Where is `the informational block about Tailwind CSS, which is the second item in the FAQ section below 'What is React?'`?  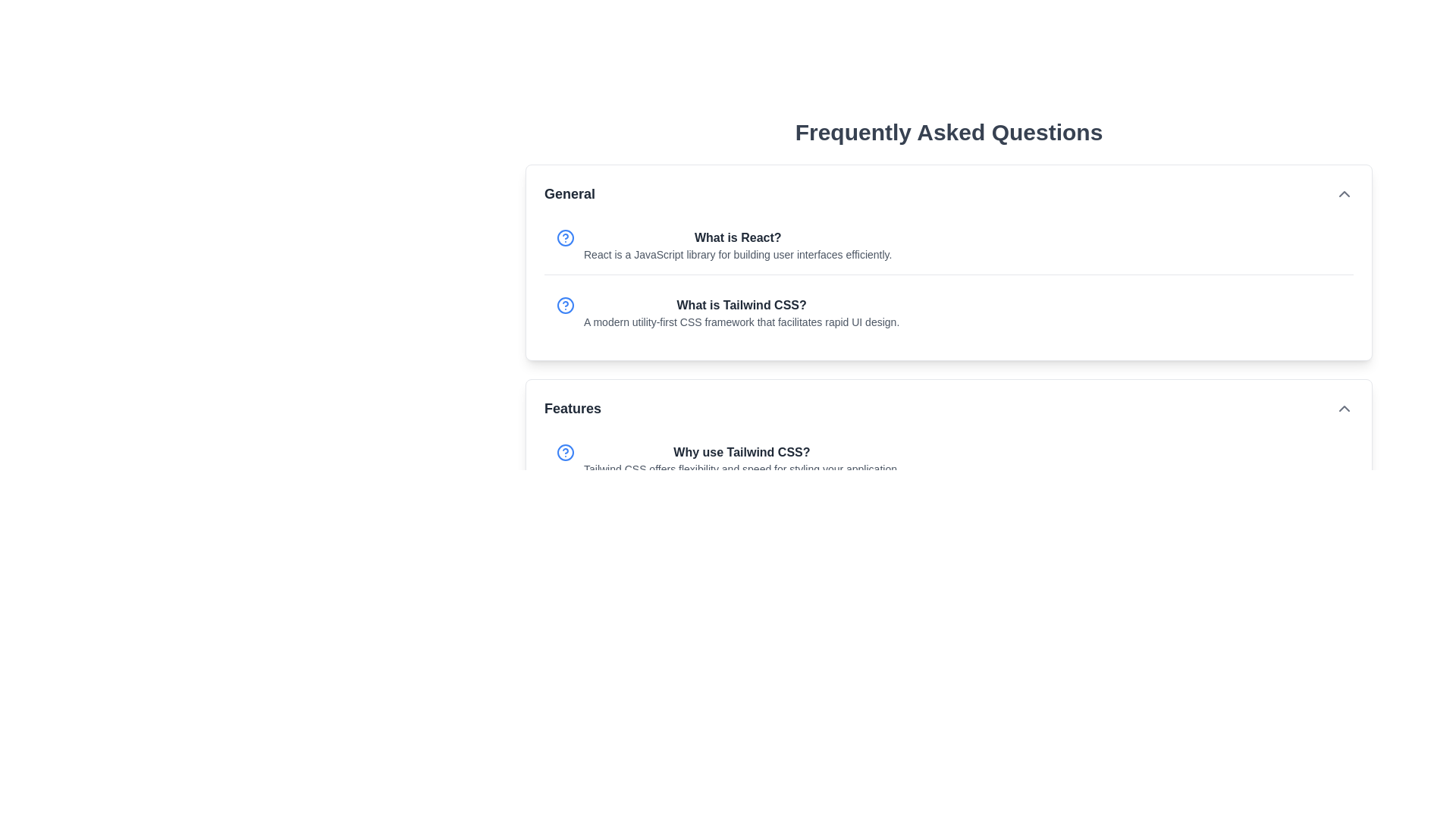 the informational block about Tailwind CSS, which is the second item in the FAQ section below 'What is React?' is located at coordinates (948, 312).